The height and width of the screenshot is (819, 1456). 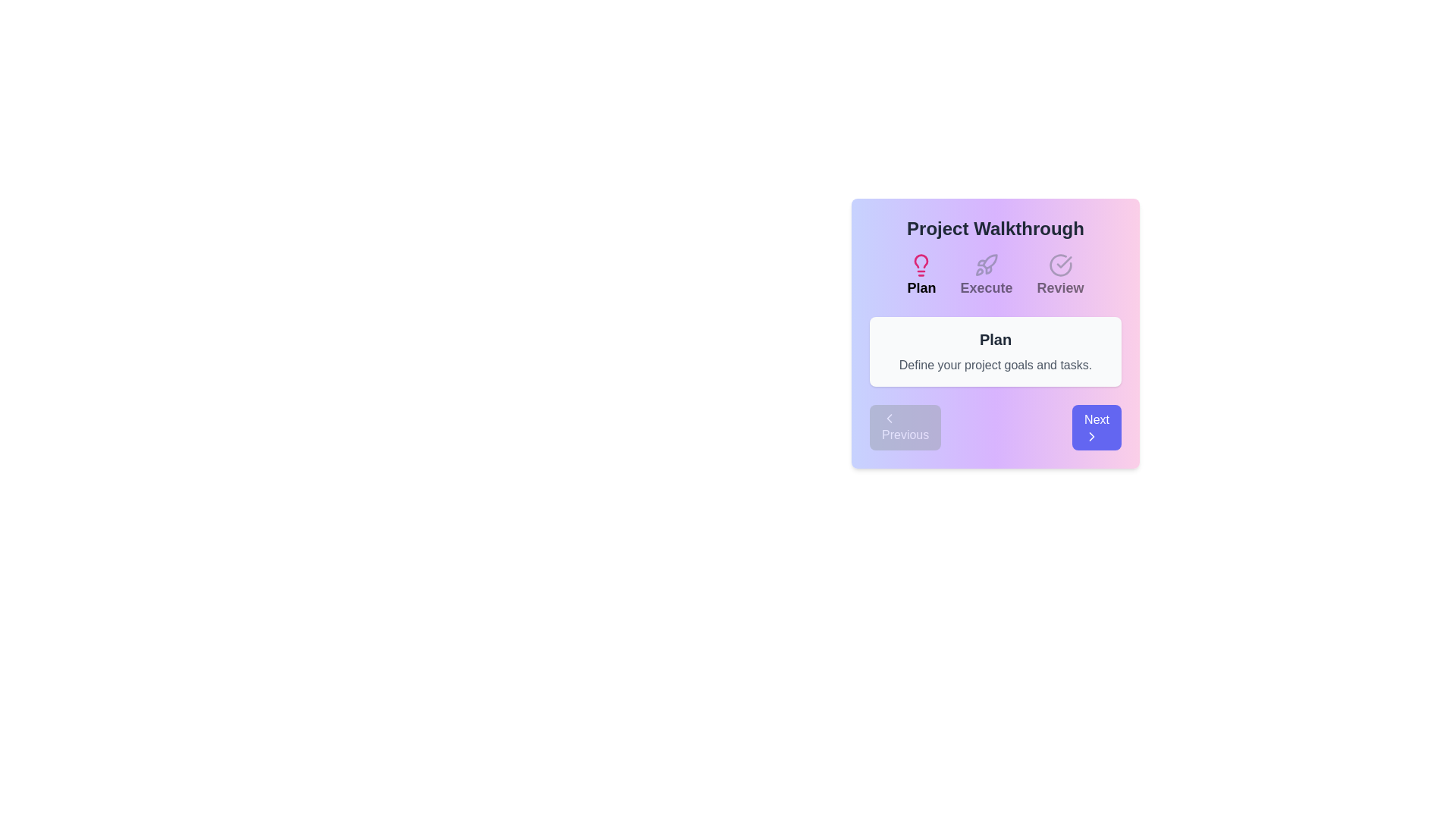 I want to click on the icon of the step Review, so click(x=1059, y=265).